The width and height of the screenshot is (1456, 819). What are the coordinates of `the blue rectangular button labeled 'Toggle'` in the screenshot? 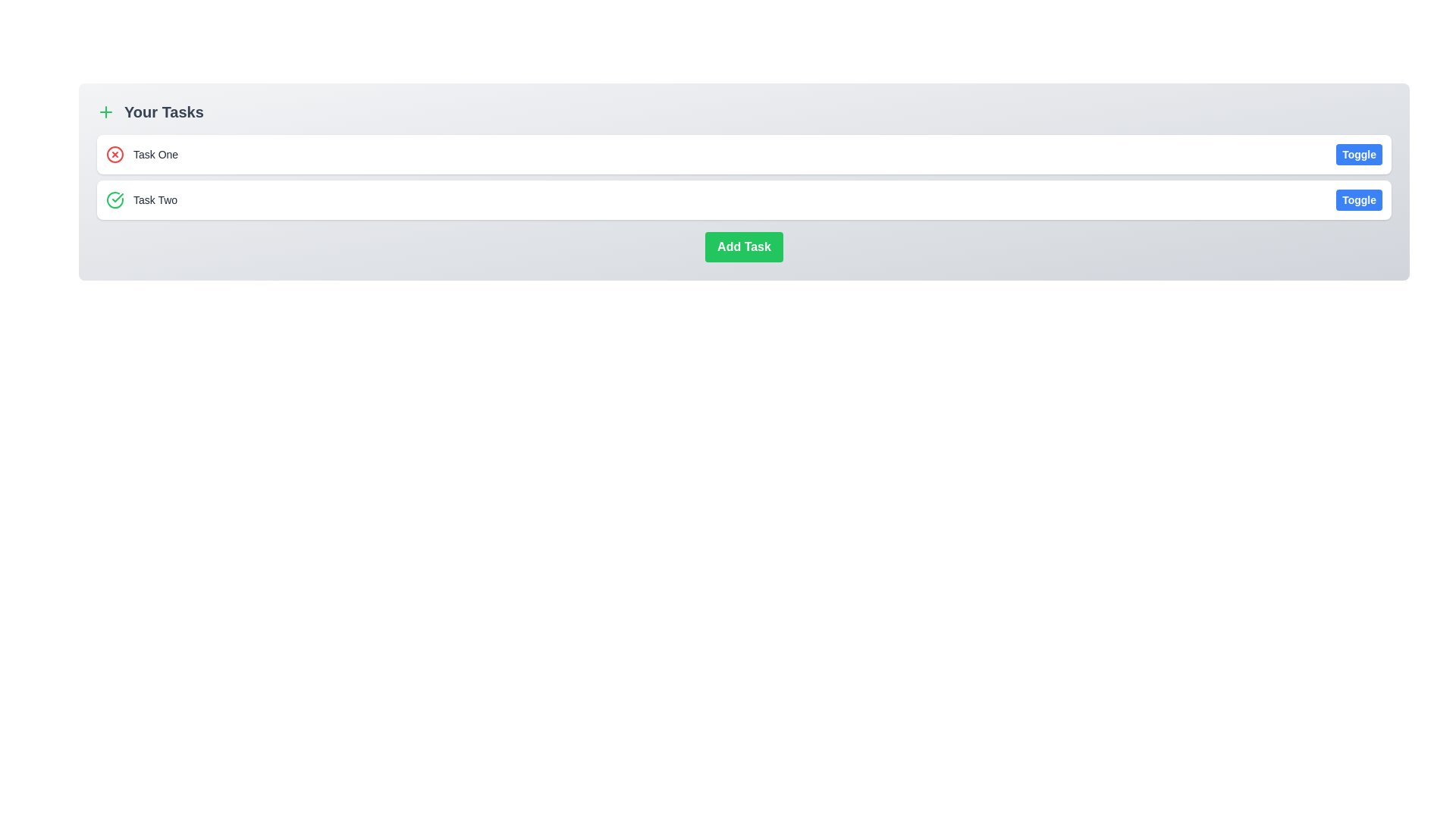 It's located at (1359, 199).